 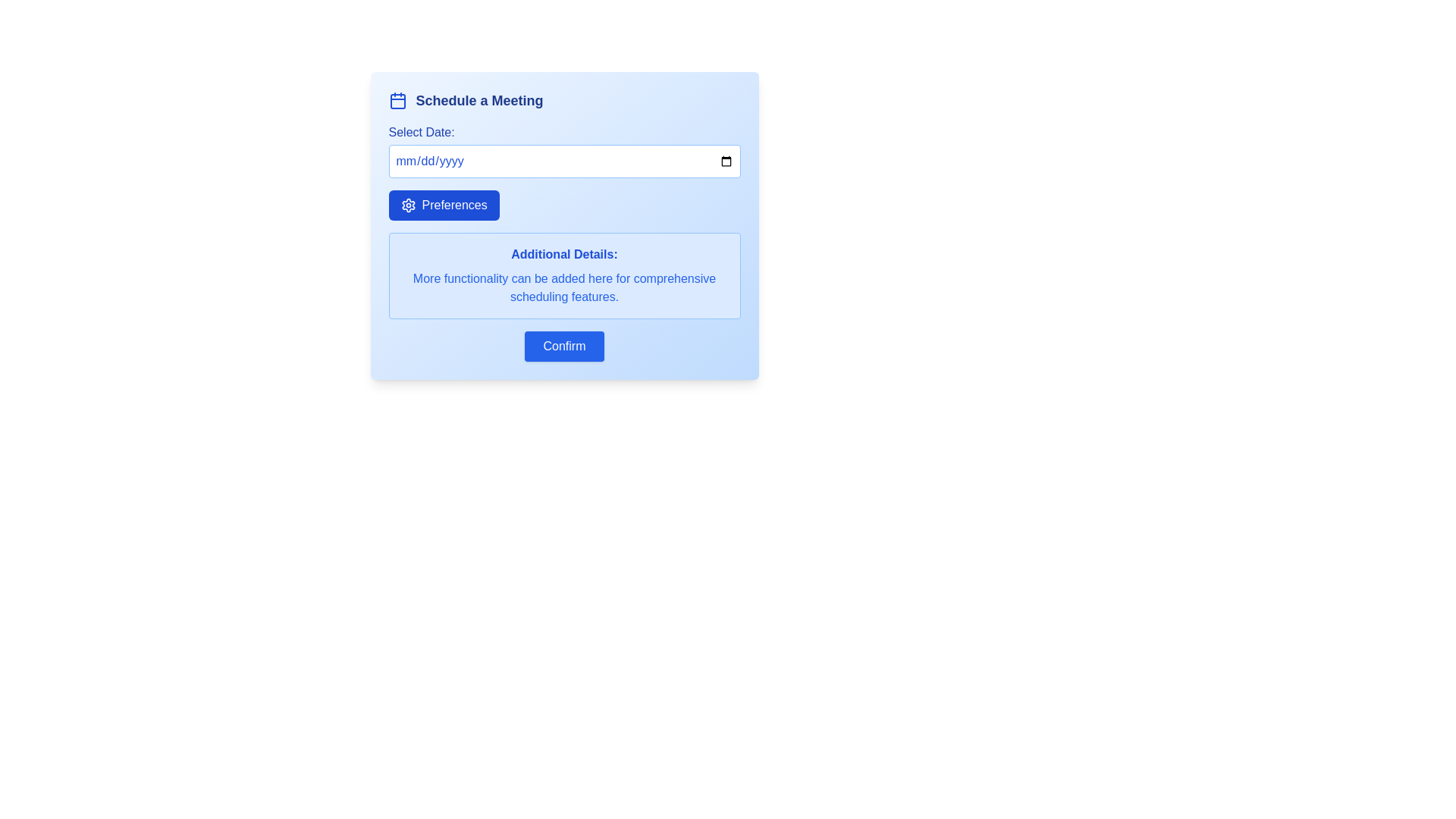 What do you see at coordinates (422, 131) in the screenshot?
I see `the text label 'Select Date:' styled in blue, located at the top-left corner of the date selection section, directly above the date input field` at bounding box center [422, 131].